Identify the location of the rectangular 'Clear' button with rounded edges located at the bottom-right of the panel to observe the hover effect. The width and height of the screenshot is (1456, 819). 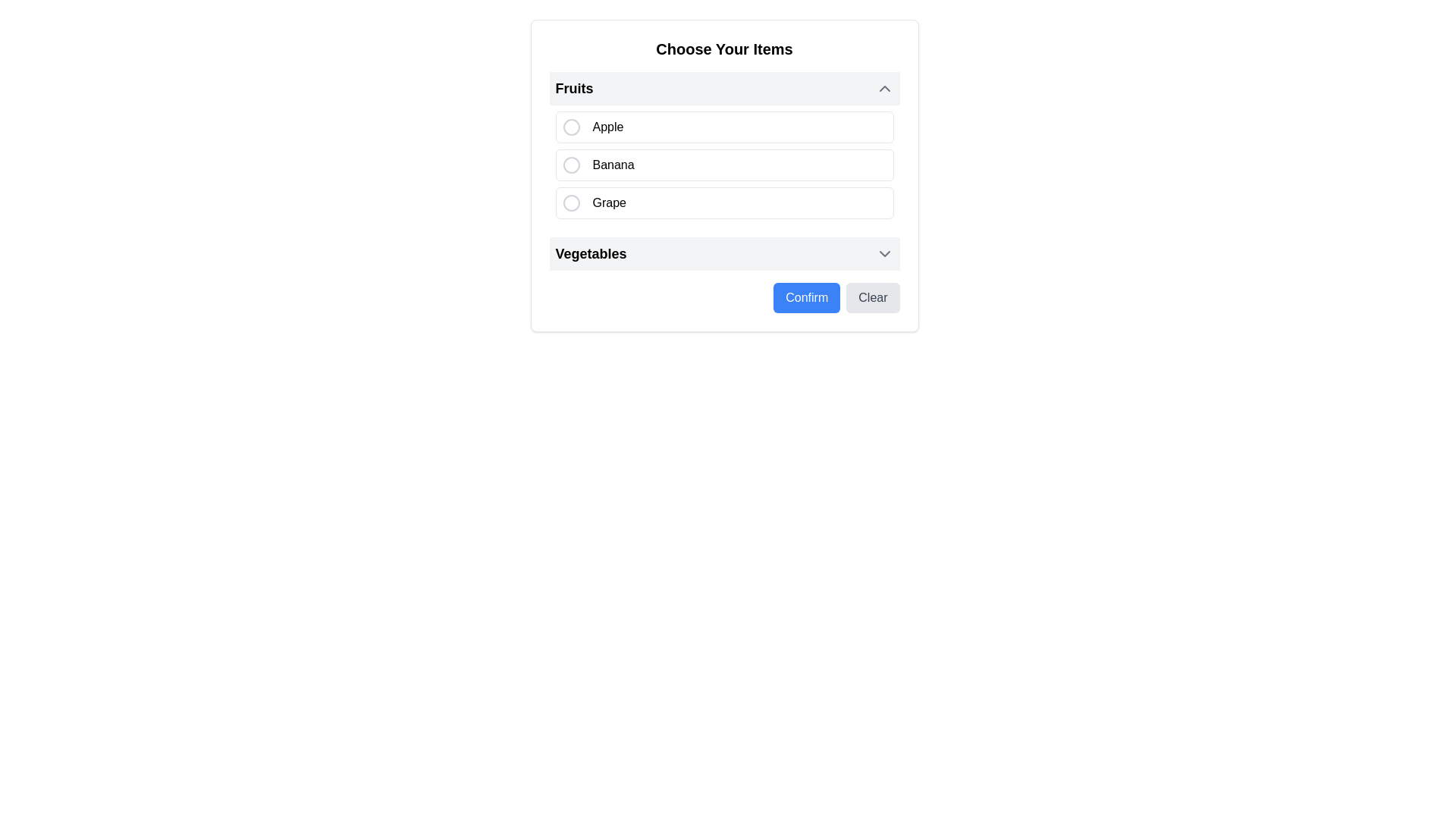
(873, 298).